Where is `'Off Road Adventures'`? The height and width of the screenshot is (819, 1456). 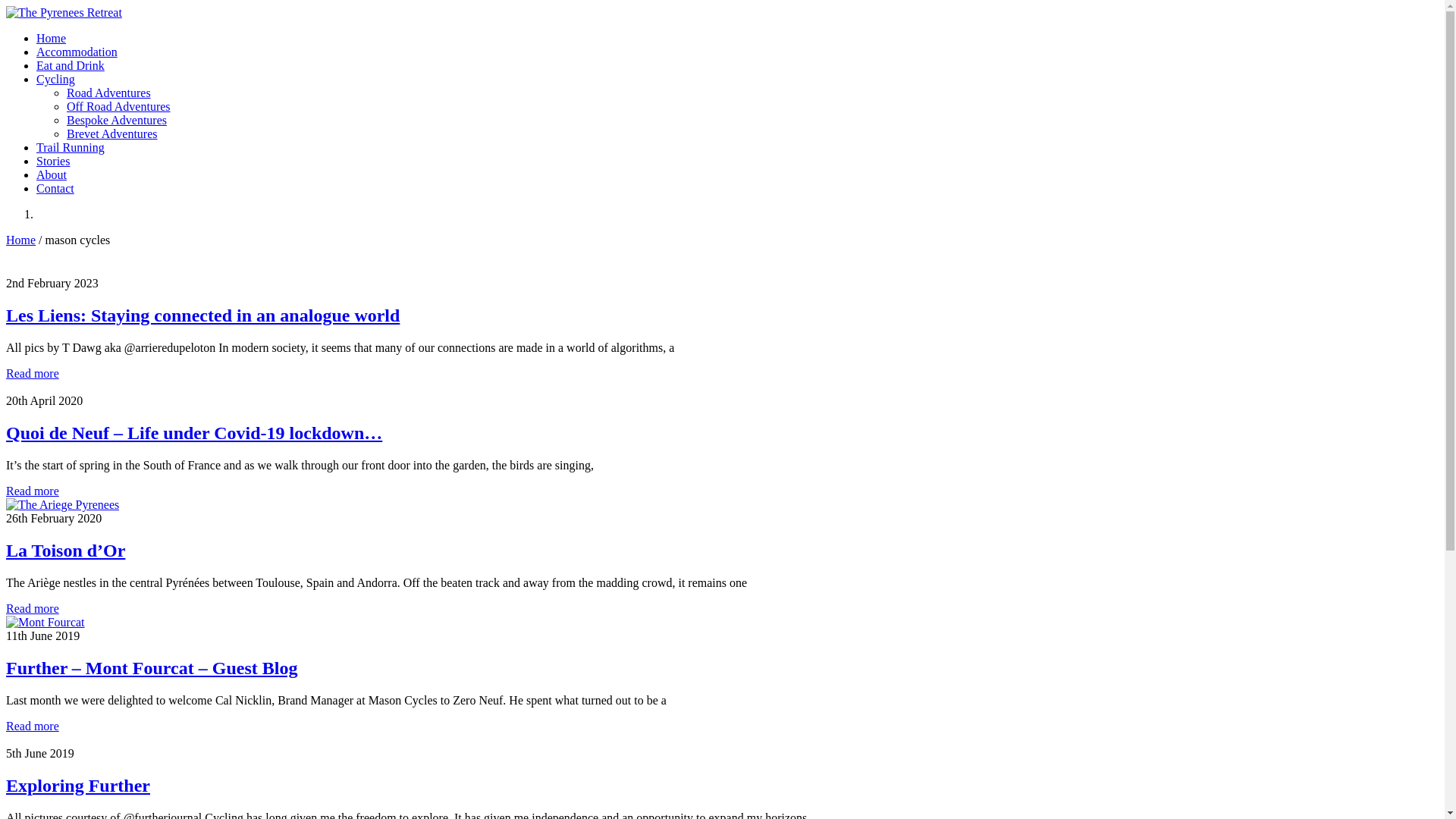
'Off Road Adventures' is located at coordinates (65, 105).